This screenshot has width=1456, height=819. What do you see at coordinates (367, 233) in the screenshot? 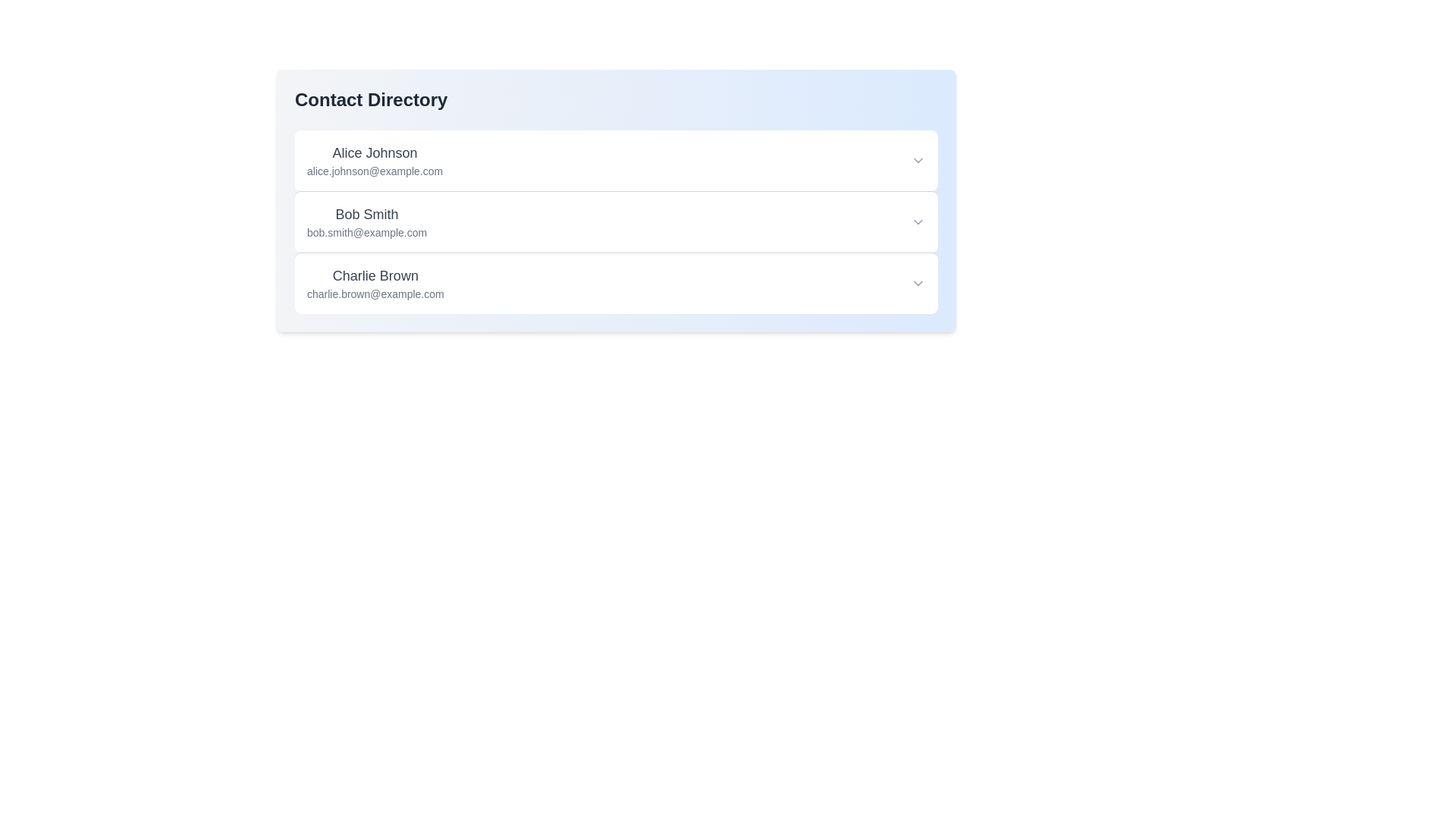
I see `the static text component displaying the email address associated with the contact 'Bob Smith', which is positioned directly beneath 'Bob Smith' within the contact card section` at bounding box center [367, 233].